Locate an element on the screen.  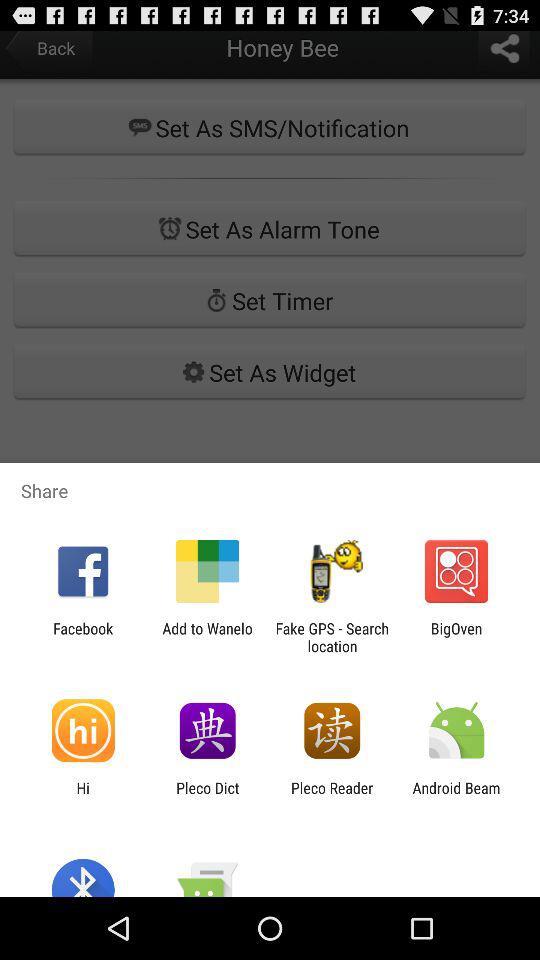
the pleco dict app is located at coordinates (206, 796).